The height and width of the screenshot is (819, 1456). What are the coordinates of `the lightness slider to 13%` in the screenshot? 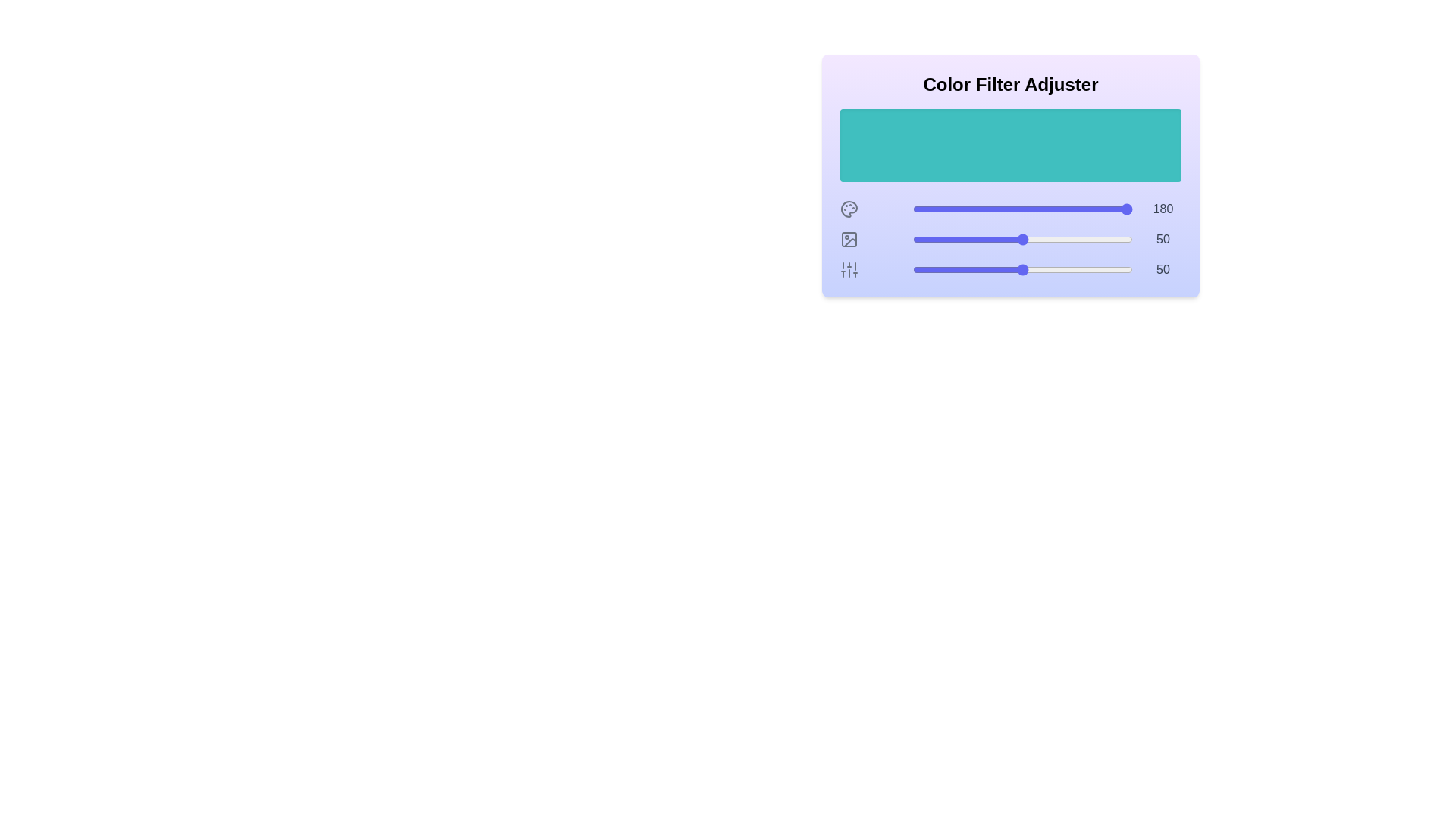 It's located at (940, 239).